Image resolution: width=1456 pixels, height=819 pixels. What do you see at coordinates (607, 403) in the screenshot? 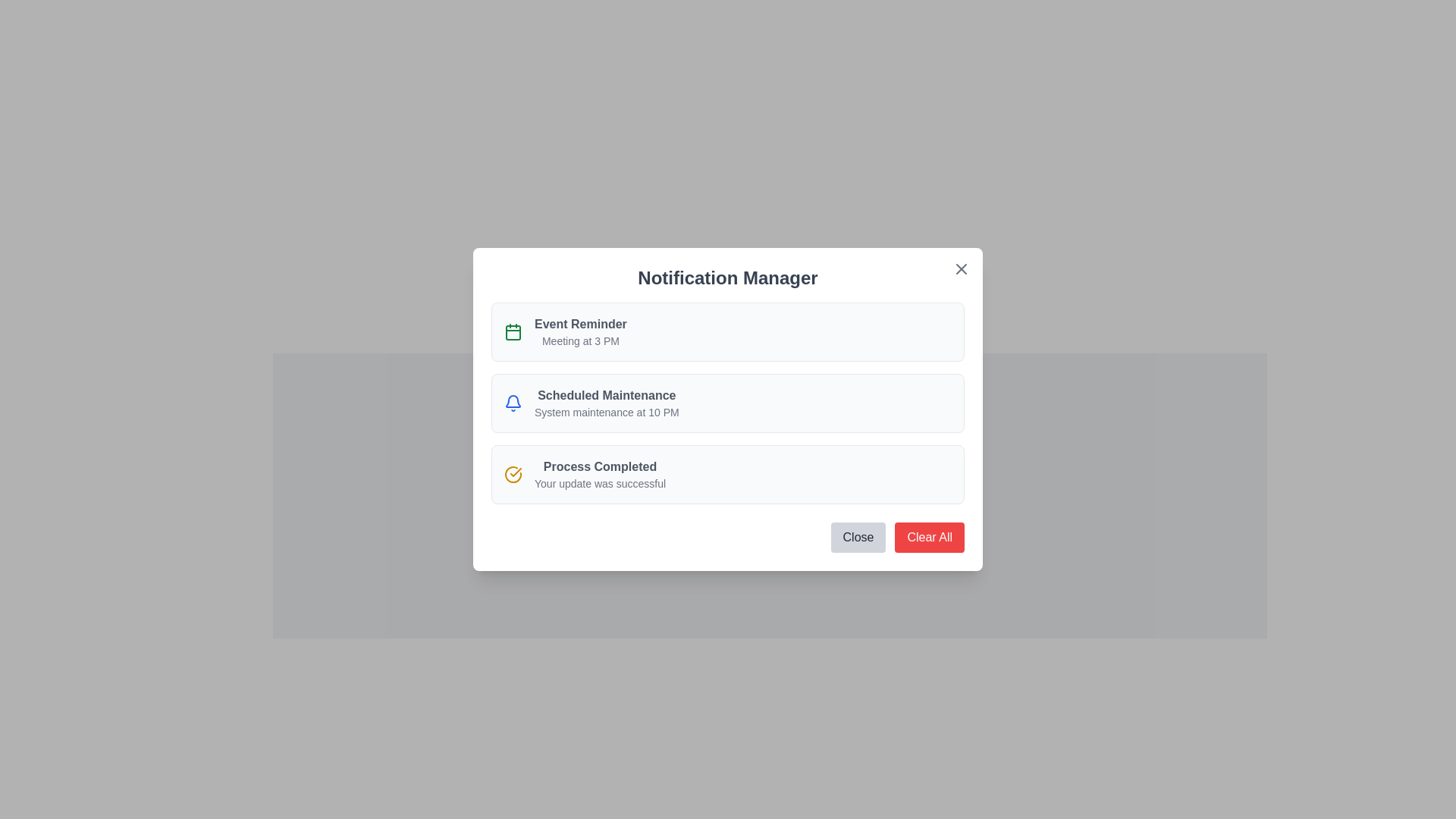
I see `the Text block containing information about the planned maintenance event in the Notification Manager modal, which is the second notification in a vertical list` at bounding box center [607, 403].